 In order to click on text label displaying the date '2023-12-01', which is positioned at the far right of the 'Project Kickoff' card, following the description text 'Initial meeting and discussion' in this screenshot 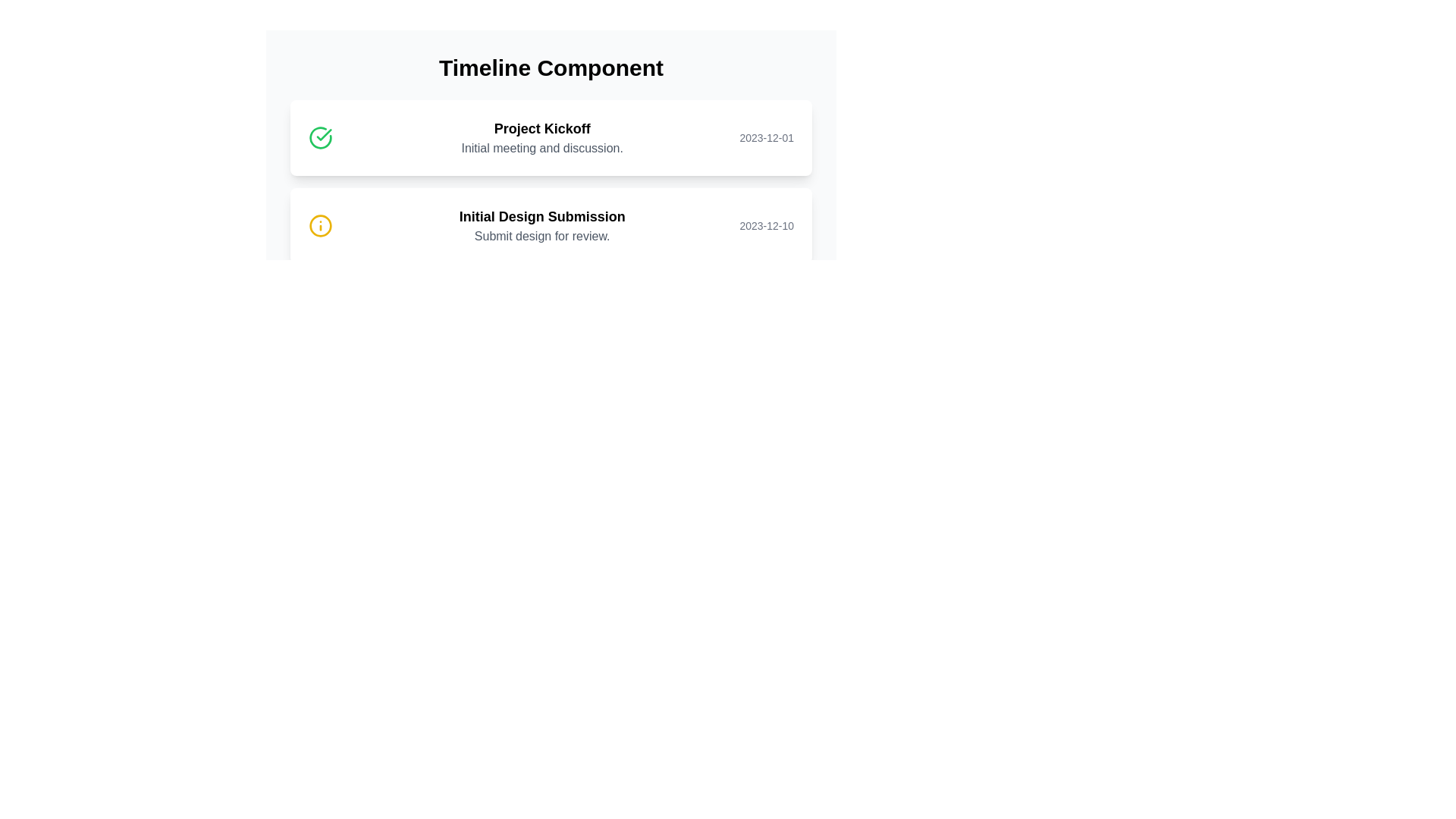, I will do `click(767, 137)`.